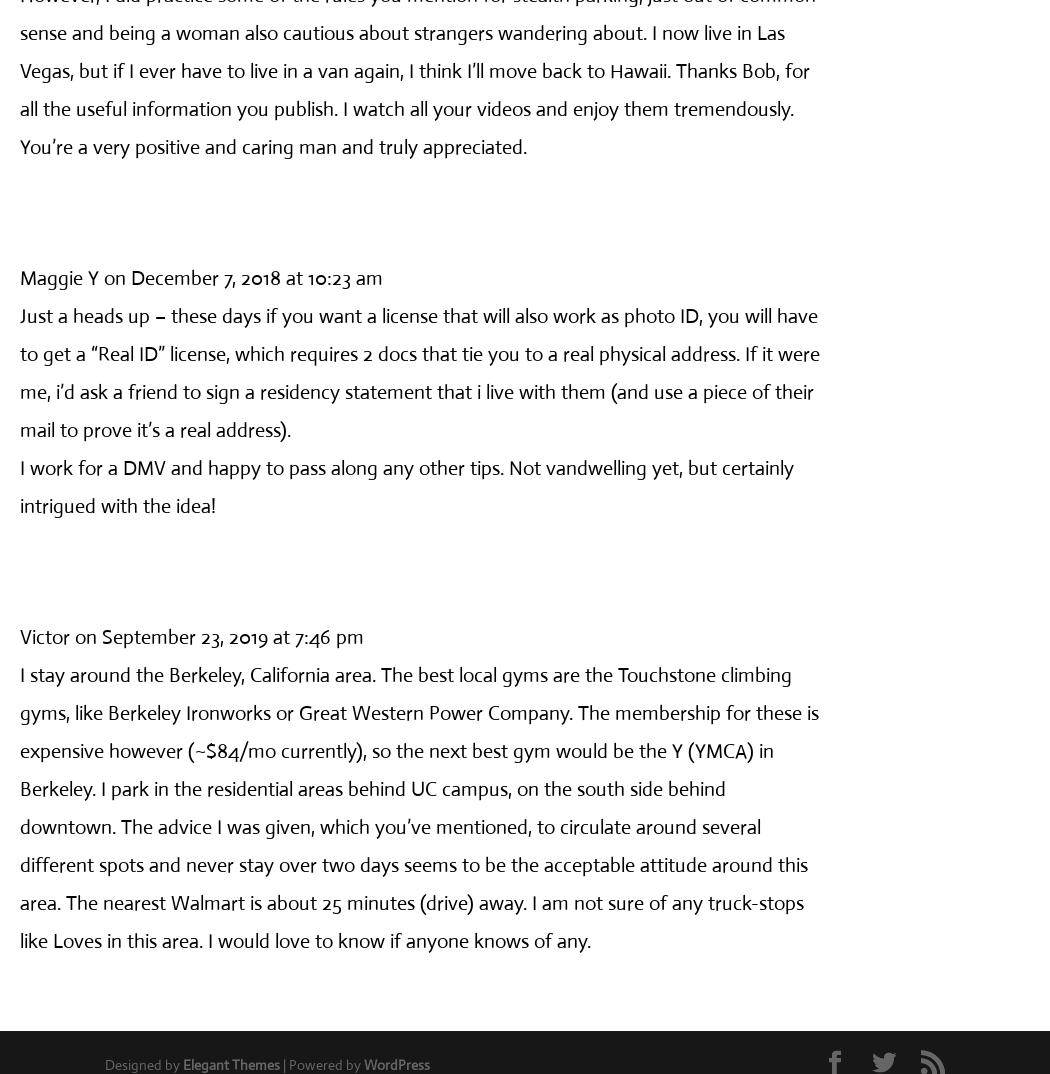 The width and height of the screenshot is (1050, 1074). I want to click on 'Just a heads up – these days if you want a license that will also work as photo ID, you will have to get a “Real ID” license, which requires 2 docs that tie you to a real physical address. If it were me, i’d ask a friend to sign a residency statement that i live with them (and use a piece of their mail to prove it’s a real address).', so click(19, 371).